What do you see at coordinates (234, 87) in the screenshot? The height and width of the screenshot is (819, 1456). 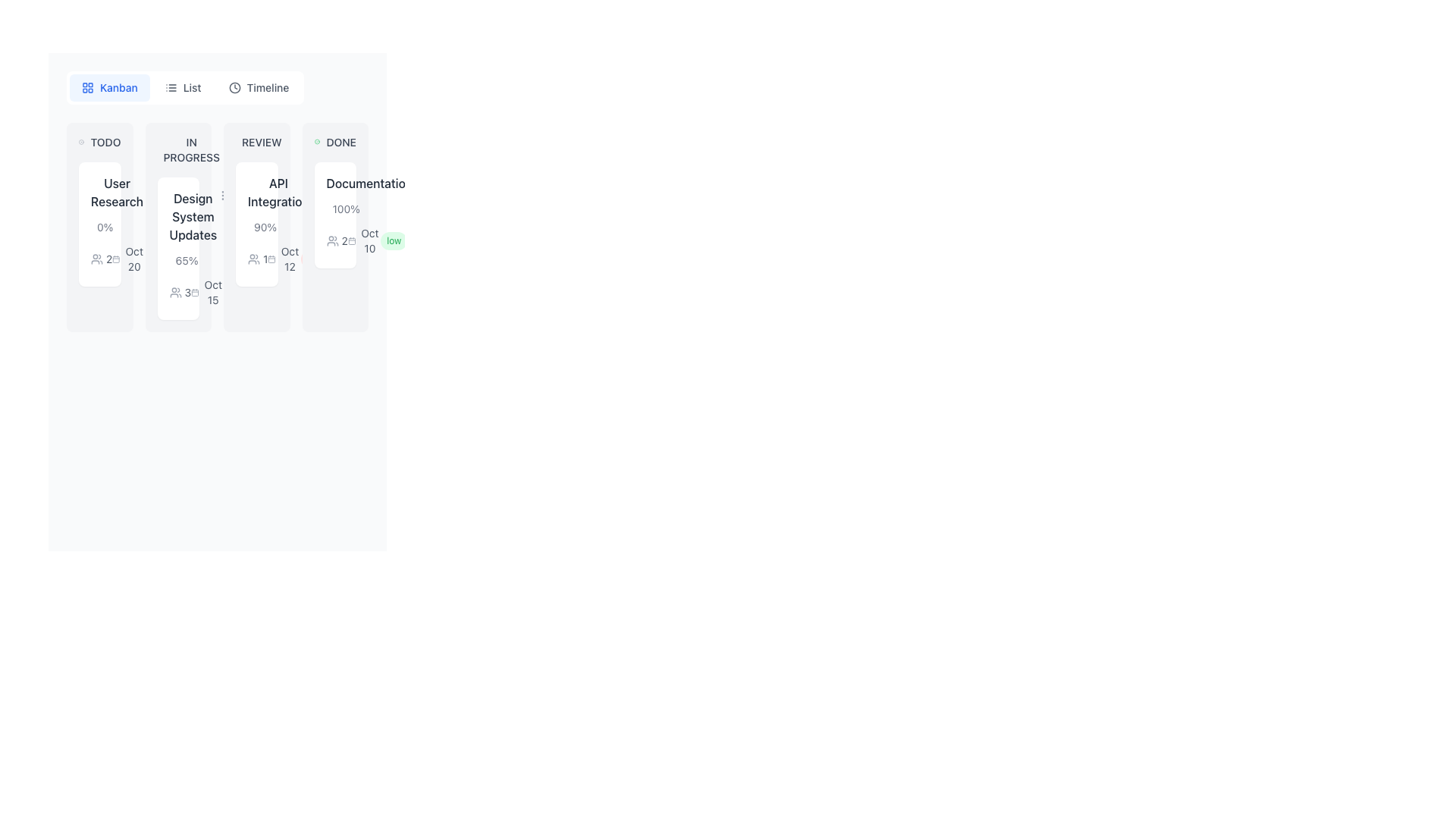 I see `the 'Timeline' icon, which is an SVG image representing the navigation option in the top-right section of the interface` at bounding box center [234, 87].